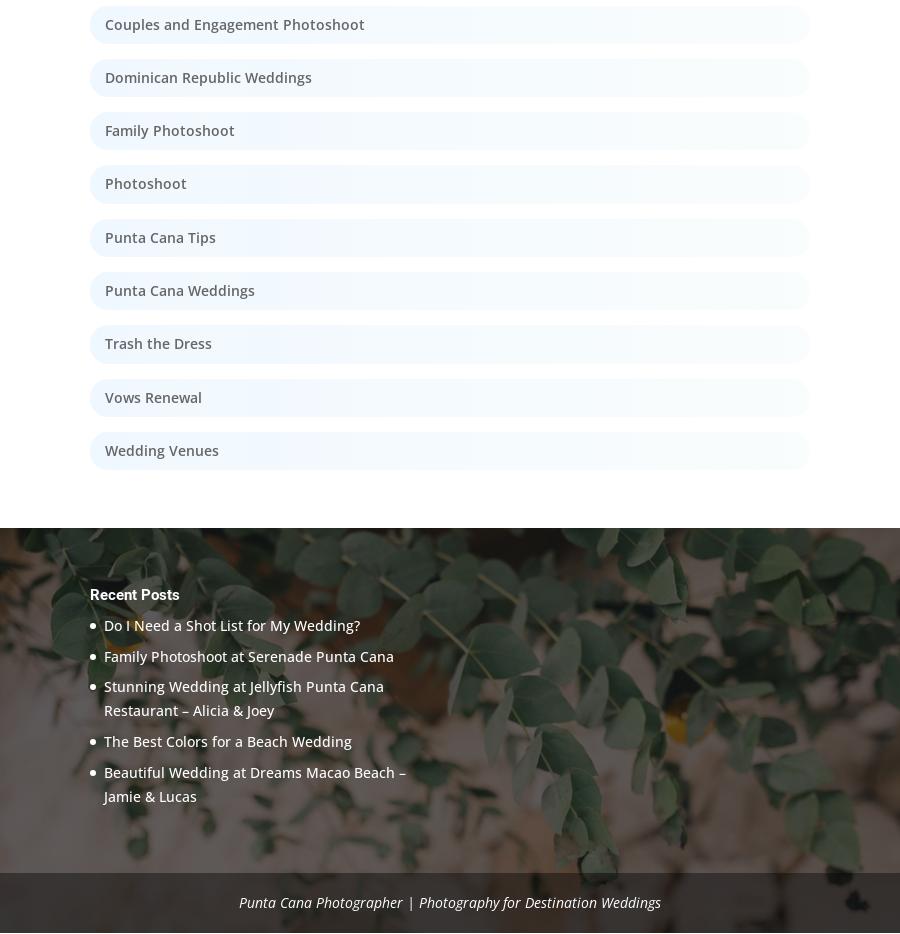  Describe the element at coordinates (242, 697) in the screenshot. I see `'Stunning Wedding at Jellyfish Punta Cana Restaurant – Alicia & Joey'` at that location.